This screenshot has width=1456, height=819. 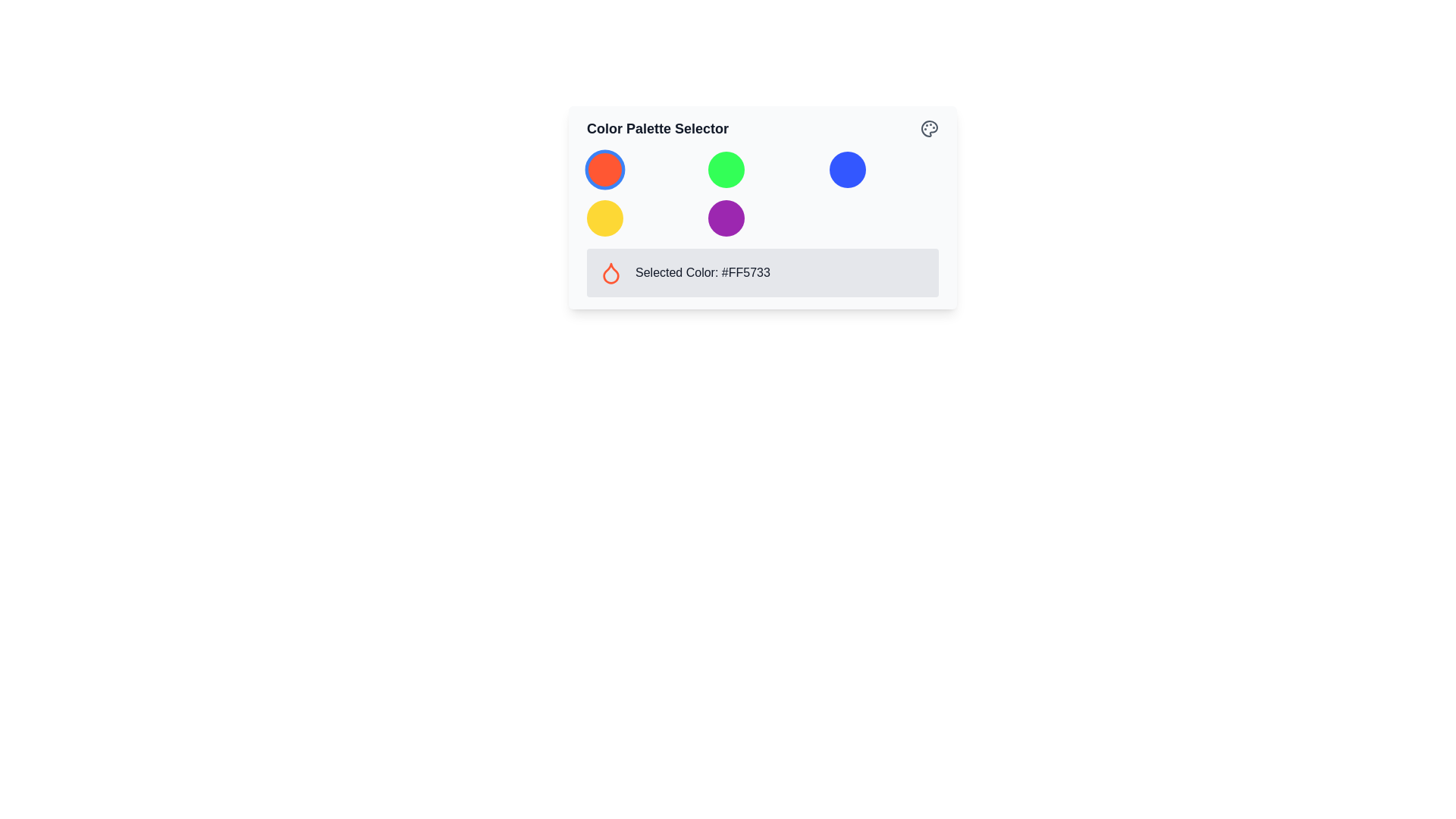 What do you see at coordinates (928, 127) in the screenshot?
I see `the color selection icon located at the rightmost position in the 'Color Palette Selector' section` at bounding box center [928, 127].